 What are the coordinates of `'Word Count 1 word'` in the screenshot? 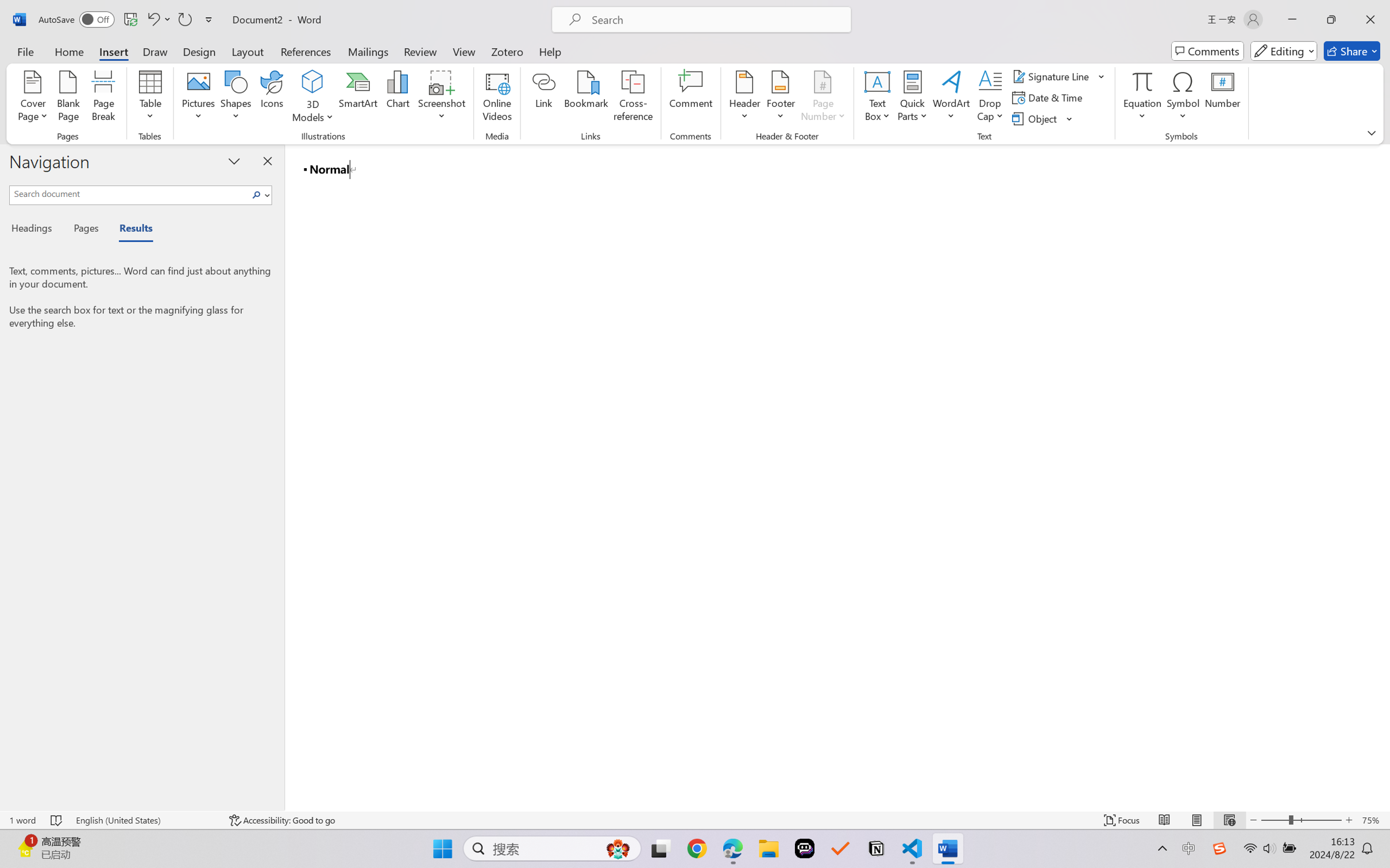 It's located at (21, 820).